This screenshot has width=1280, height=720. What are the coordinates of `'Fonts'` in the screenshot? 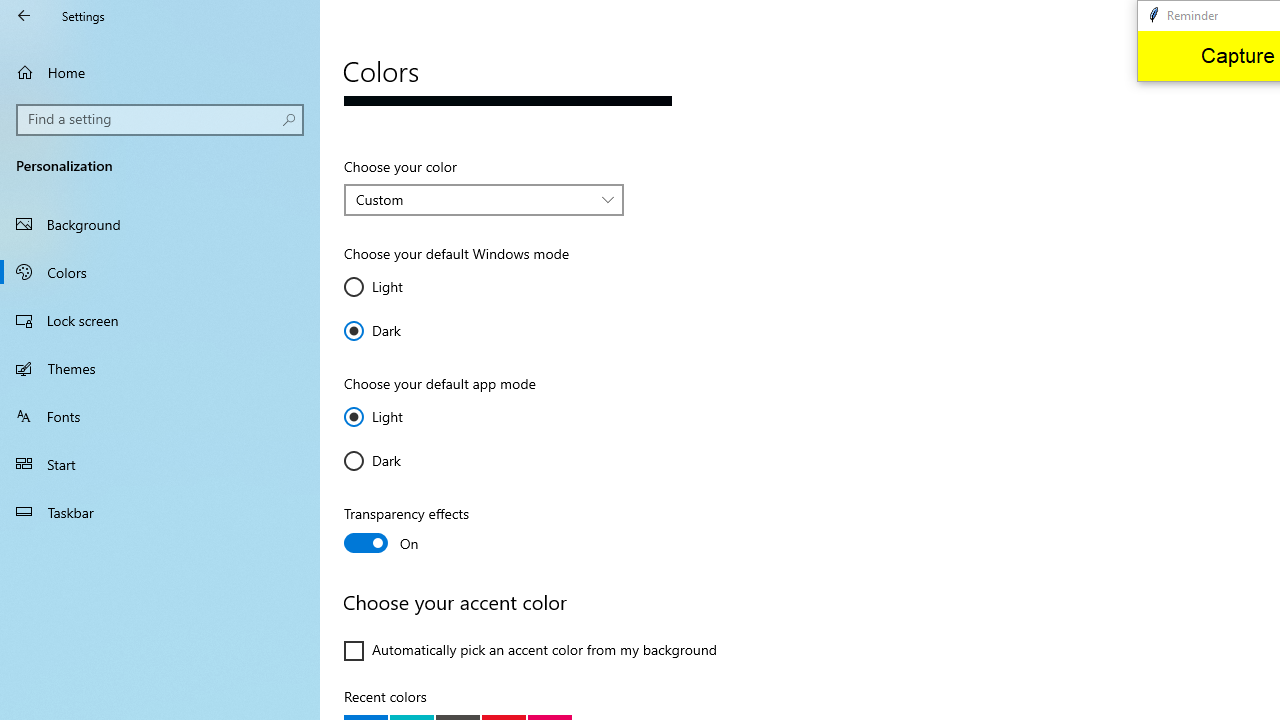 It's located at (160, 414).